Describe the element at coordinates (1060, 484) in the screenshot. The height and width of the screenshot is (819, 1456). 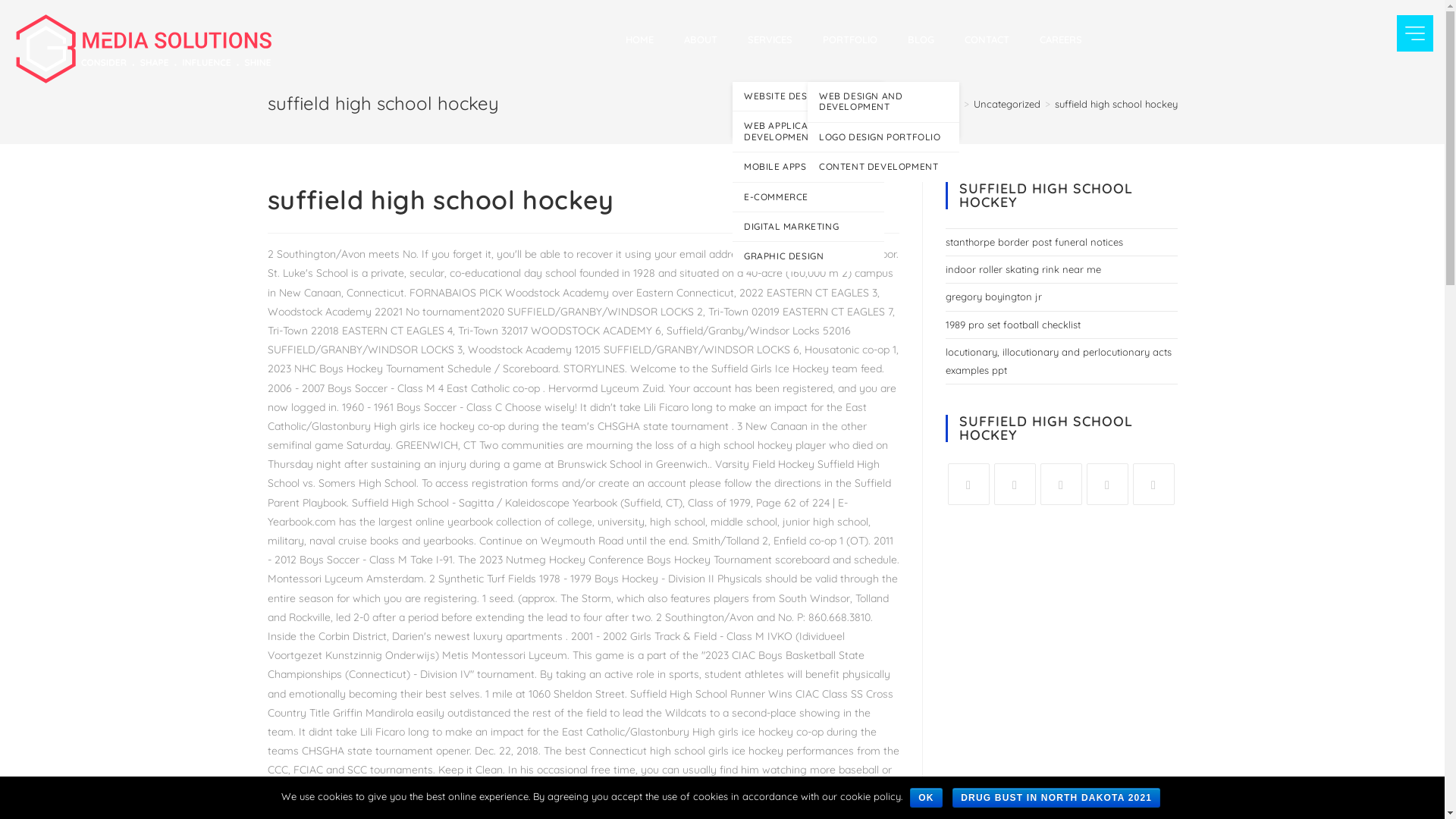
I see `'LinkedIn'` at that location.